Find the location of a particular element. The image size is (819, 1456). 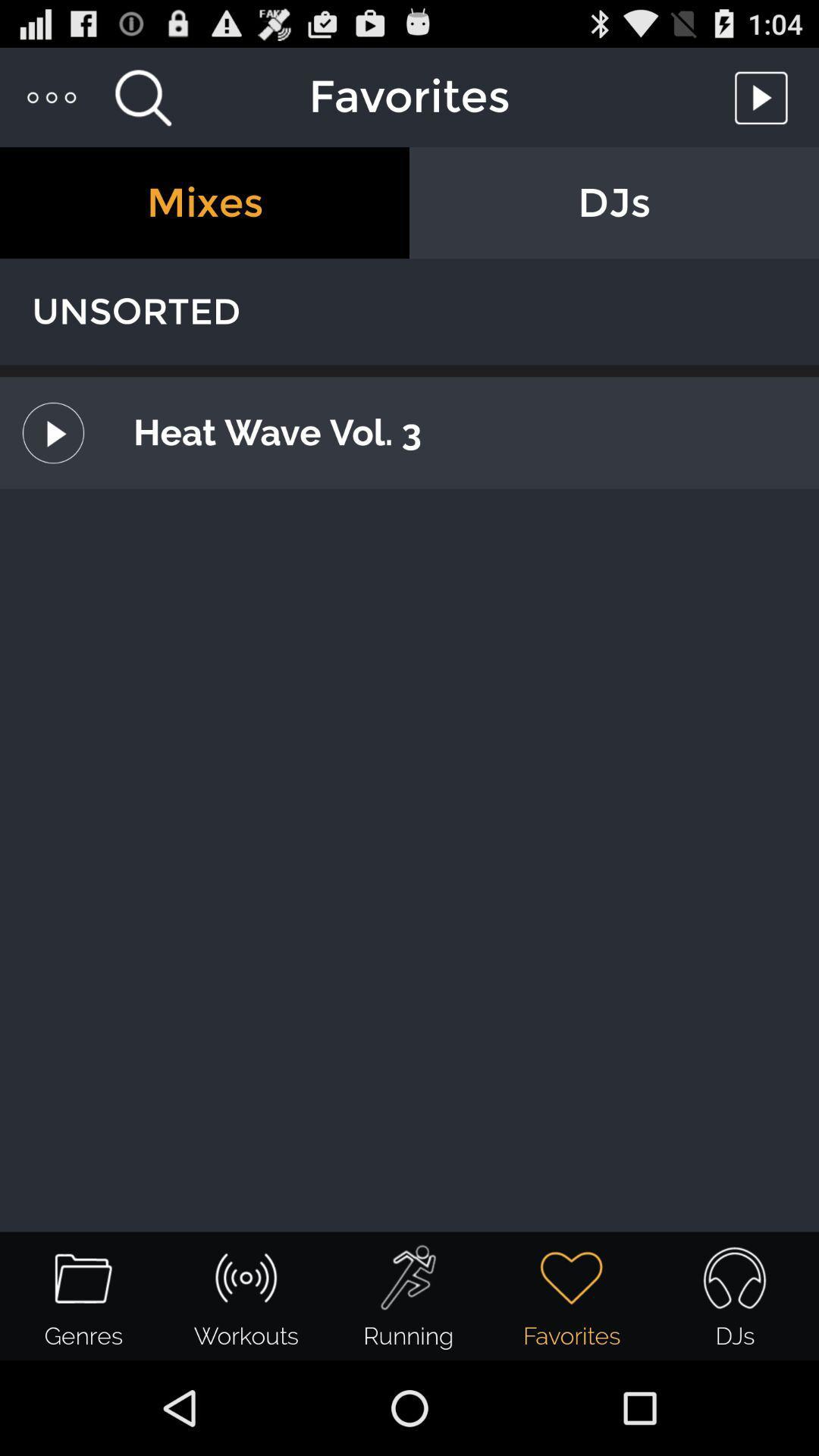

favorites is located at coordinates (765, 96).